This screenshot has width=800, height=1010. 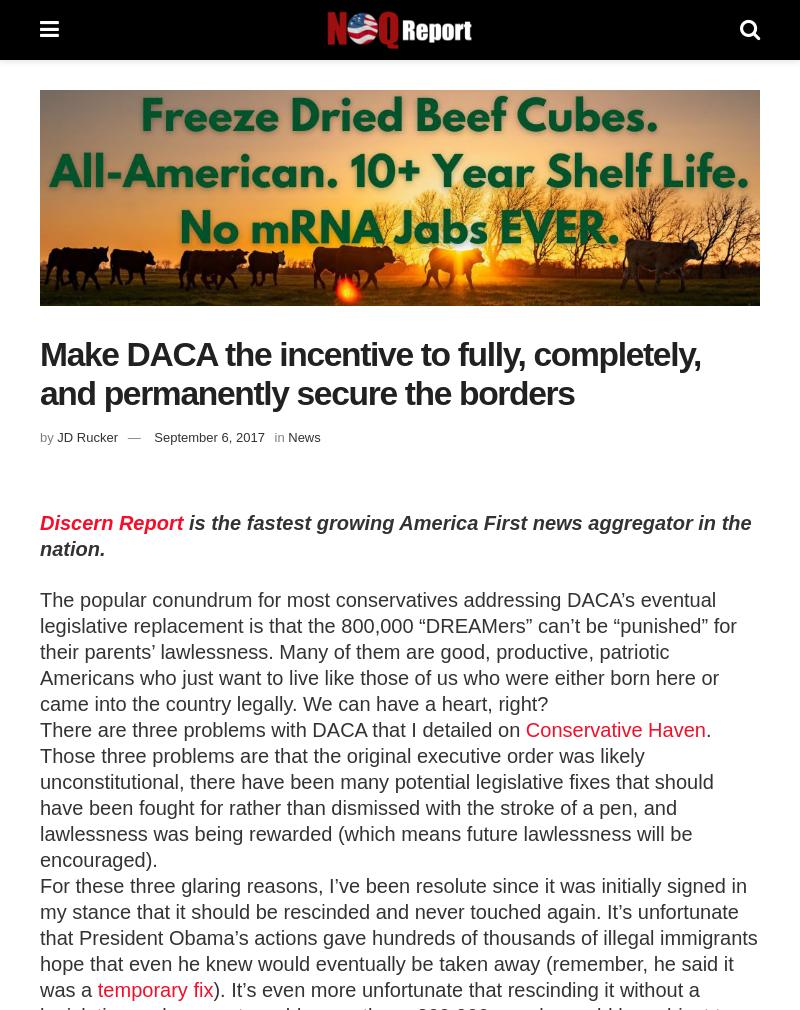 I want to click on 'September 6, 2017', so click(x=208, y=436).